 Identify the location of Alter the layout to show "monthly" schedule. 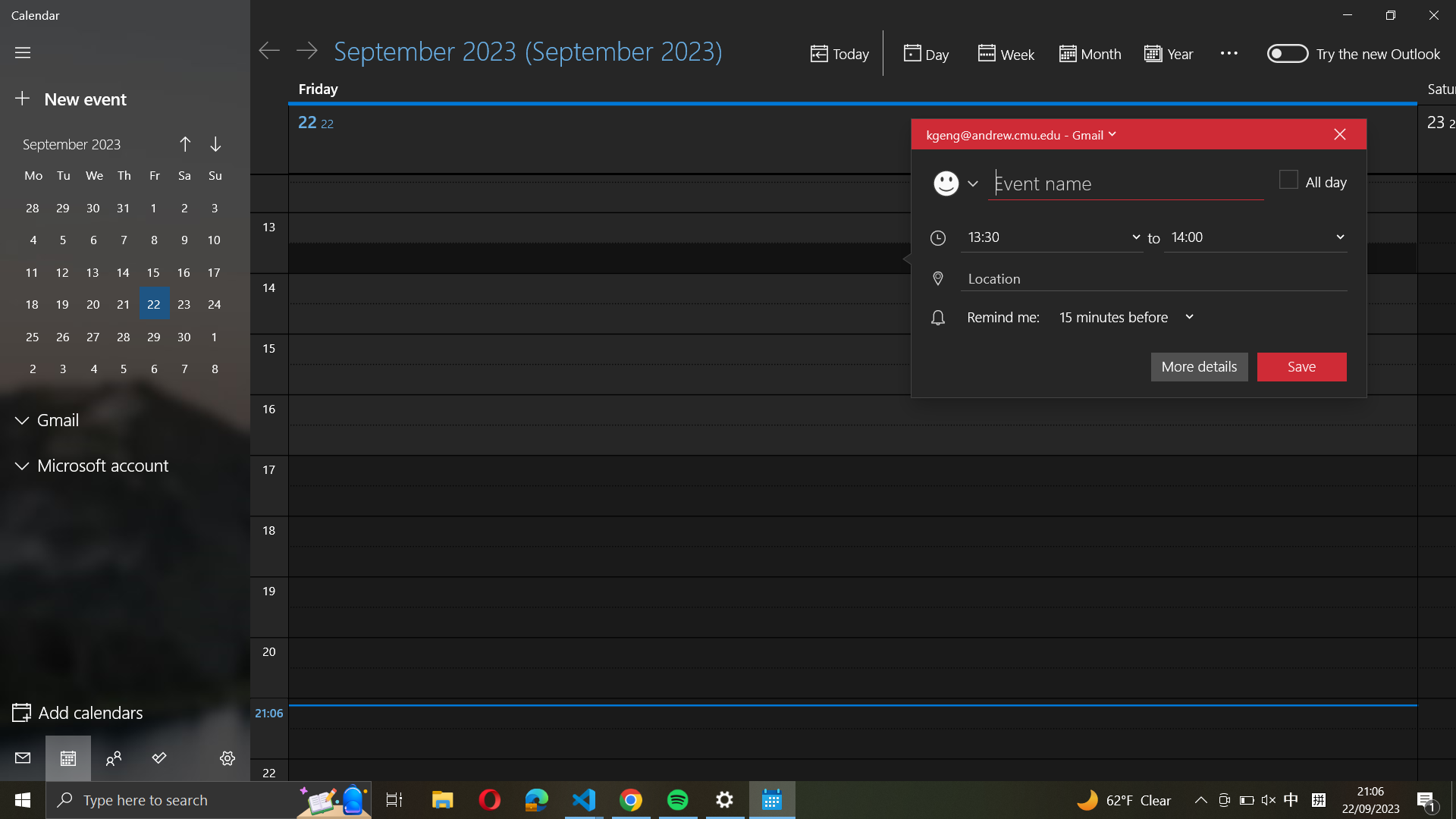
(1087, 54).